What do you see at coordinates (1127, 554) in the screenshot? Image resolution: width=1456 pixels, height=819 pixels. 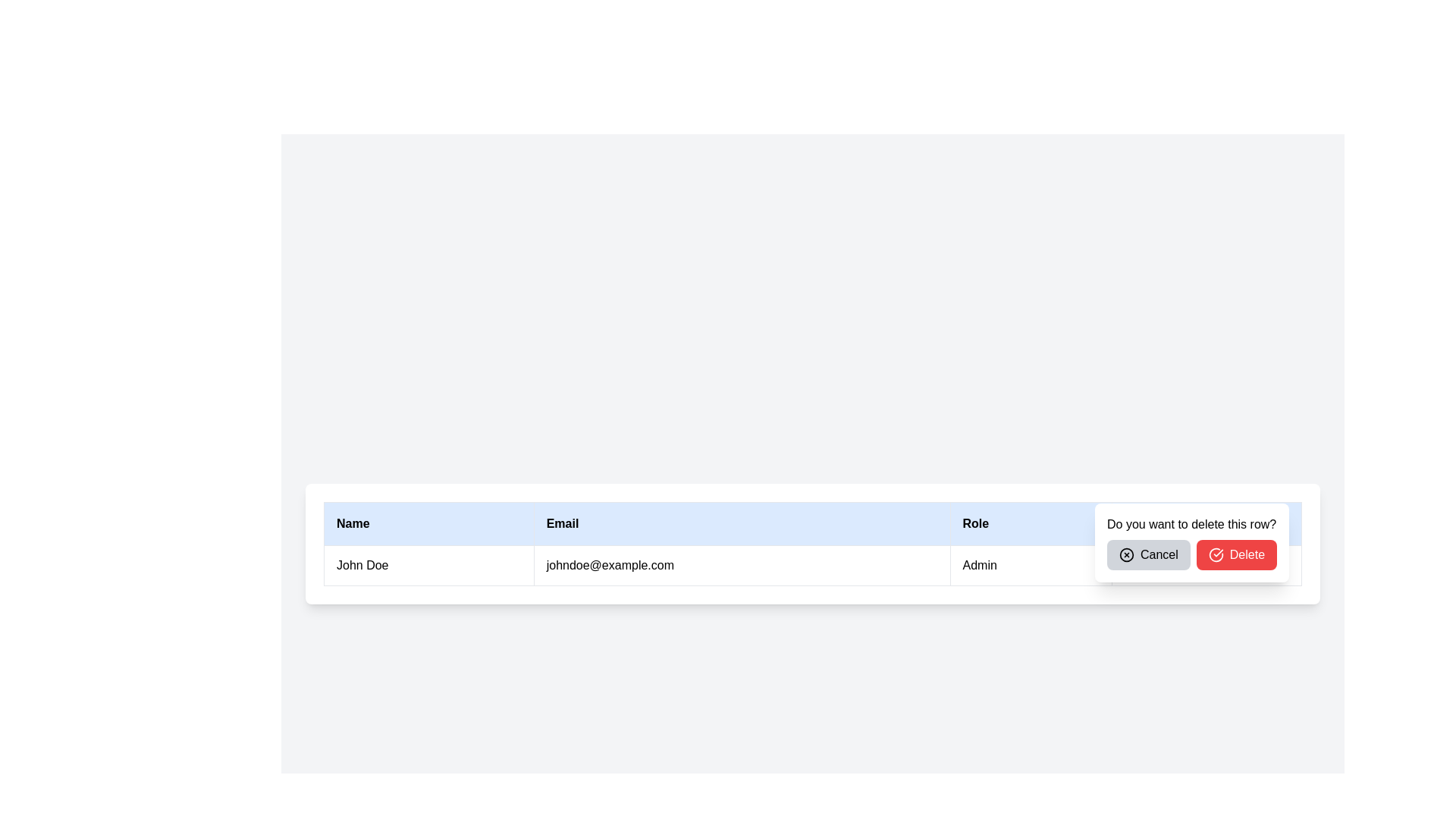 I see `the Close or Cancel icon, which is a circle with a centered cross pattern, located to the left of the 'Cancel' button in the 'Do you want to delete this row?' confirmation dialog` at bounding box center [1127, 554].